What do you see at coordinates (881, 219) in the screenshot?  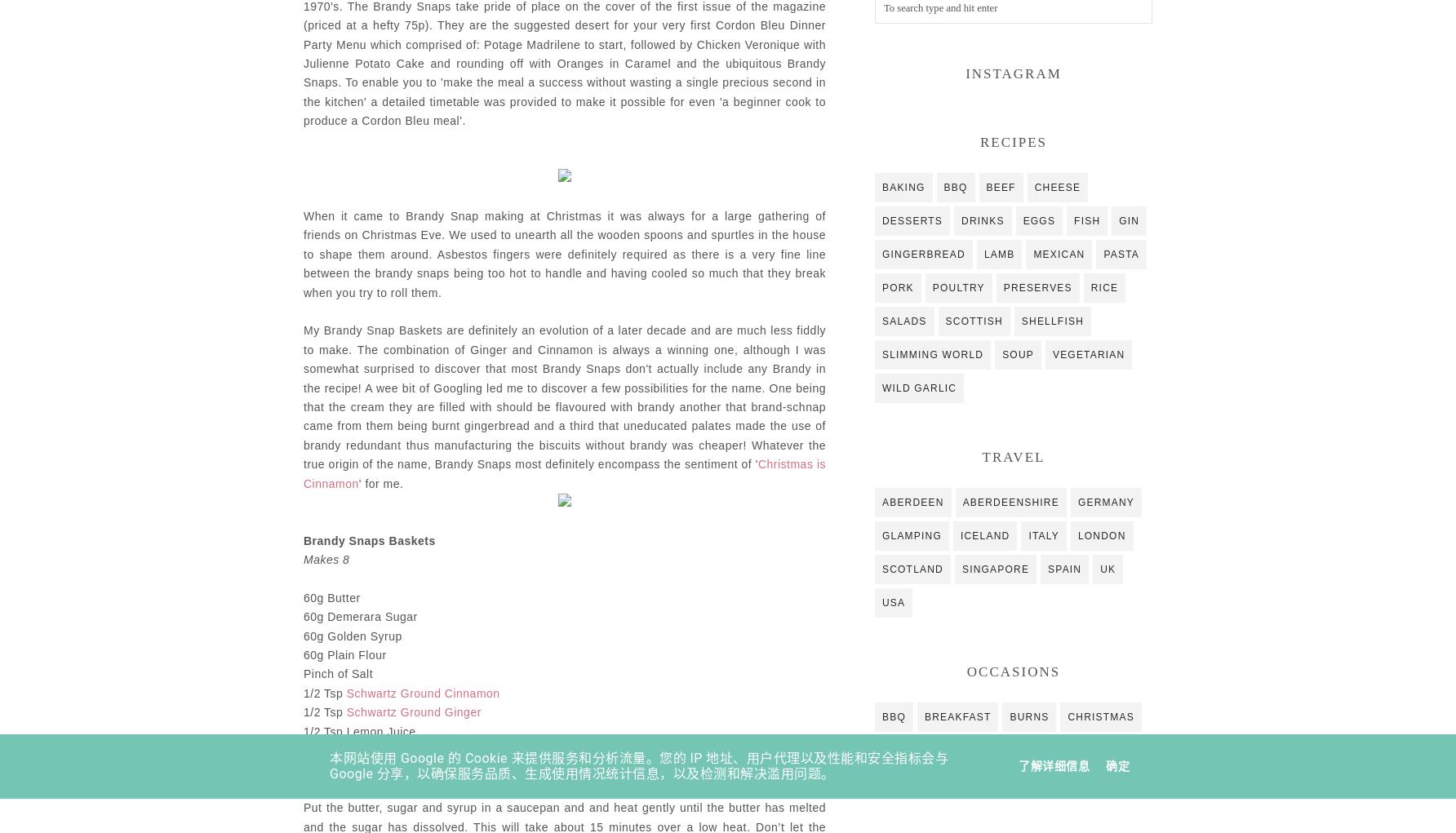 I see `'desserts'` at bounding box center [881, 219].